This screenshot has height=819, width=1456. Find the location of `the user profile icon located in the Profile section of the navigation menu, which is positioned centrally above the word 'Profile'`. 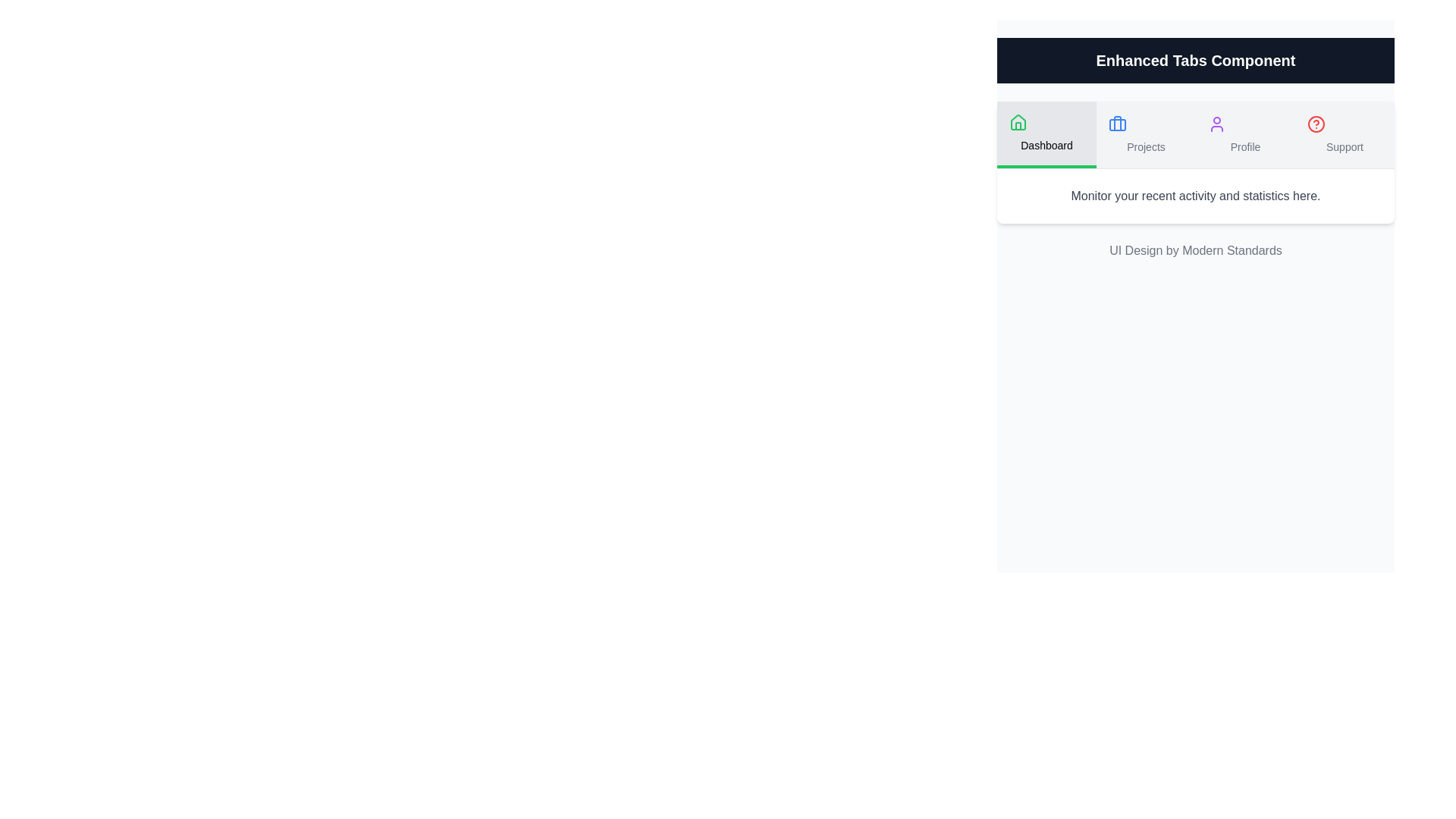

the user profile icon located in the Profile section of the navigation menu, which is positioned centrally above the word 'Profile' is located at coordinates (1216, 124).